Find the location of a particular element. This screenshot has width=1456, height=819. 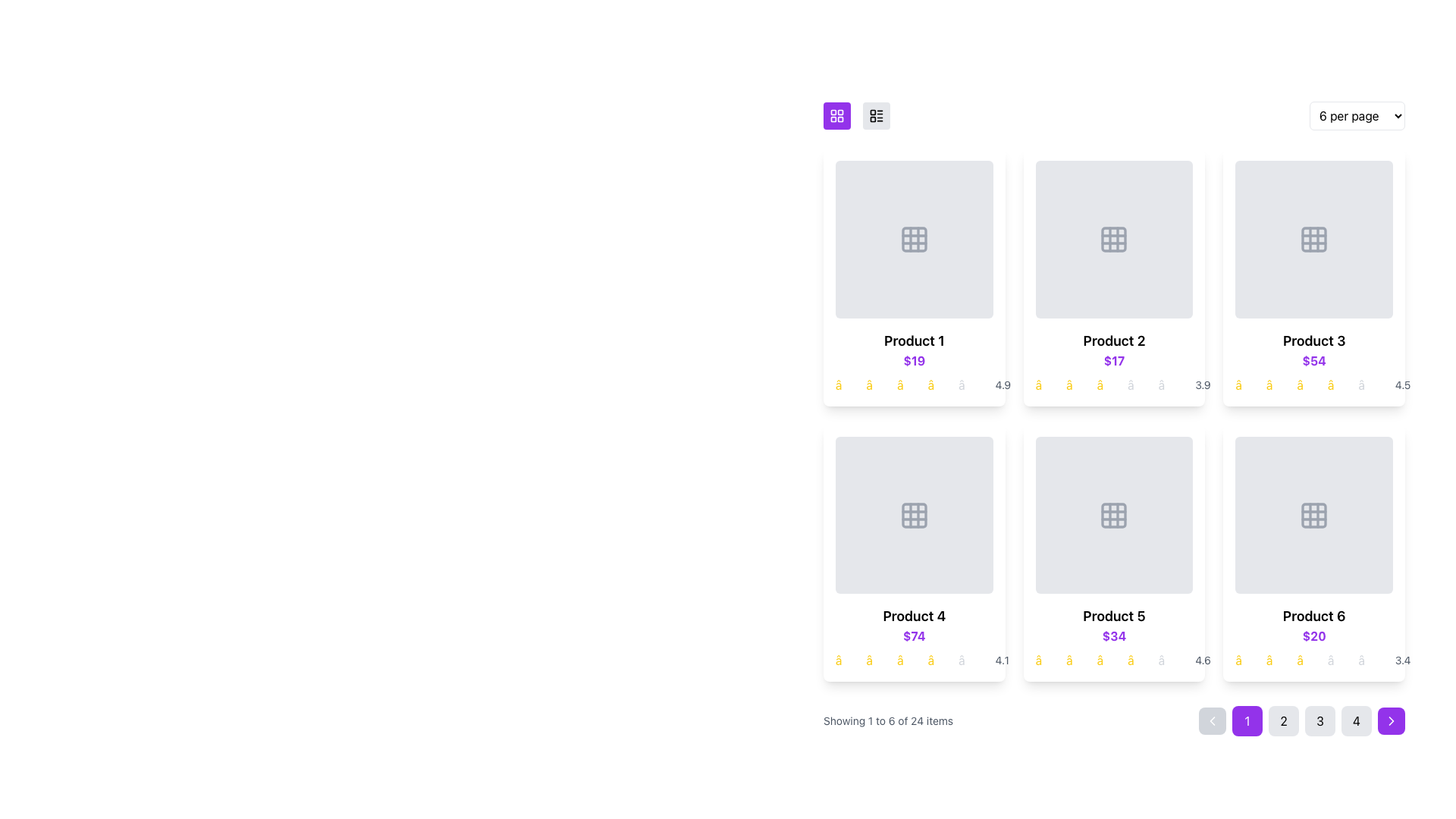

text label displaying the rating '4.6', which is positioned at the far right of the star icons in the rating component of the fifth product card is located at coordinates (1202, 660).